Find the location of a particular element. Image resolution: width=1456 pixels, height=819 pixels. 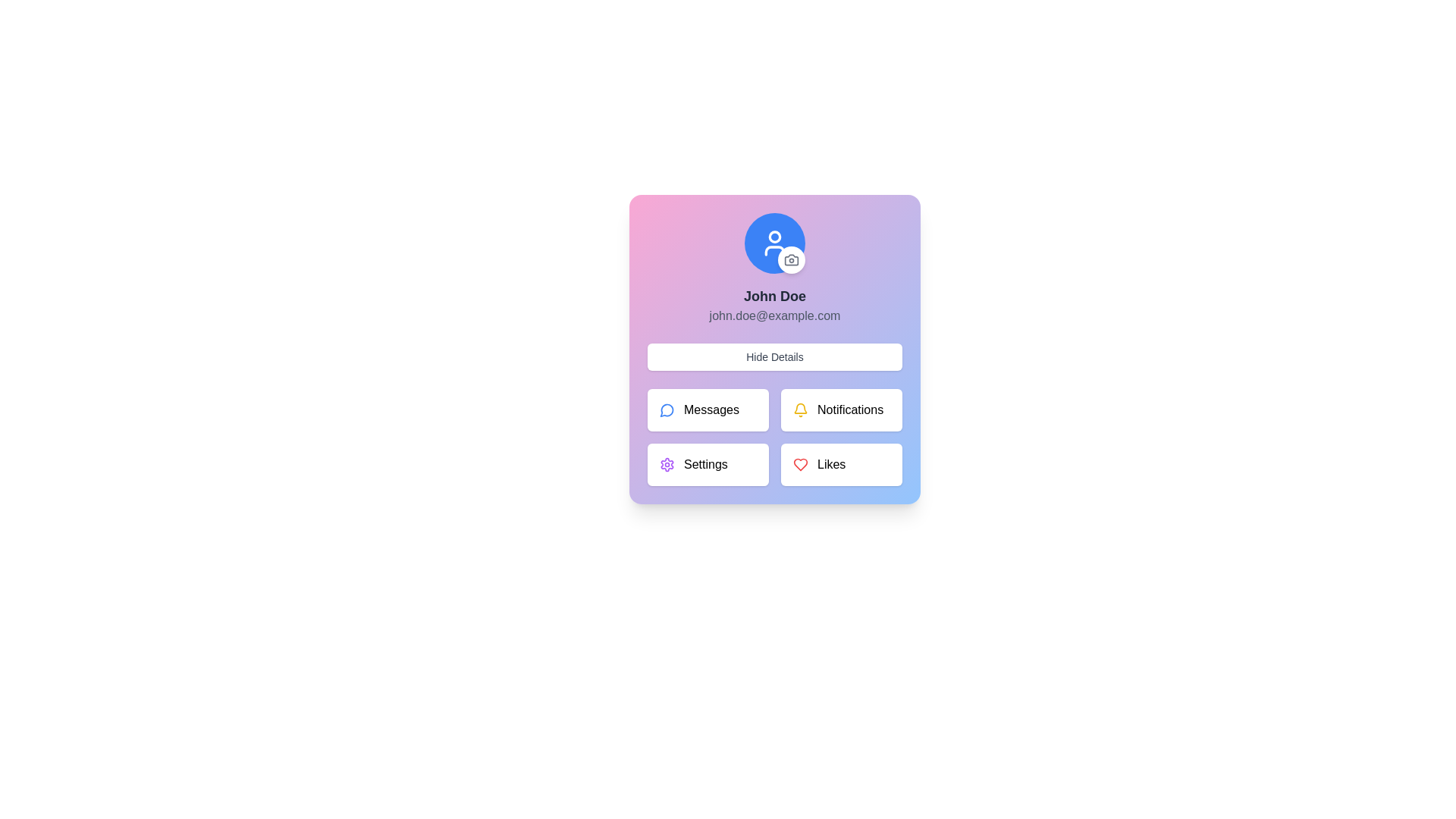

the 'Hide Details' button, which is a rectangular button with rounded corners, white background, and centered gray text, located below the user's name and email, and above a grid of buttons is located at coordinates (775, 356).